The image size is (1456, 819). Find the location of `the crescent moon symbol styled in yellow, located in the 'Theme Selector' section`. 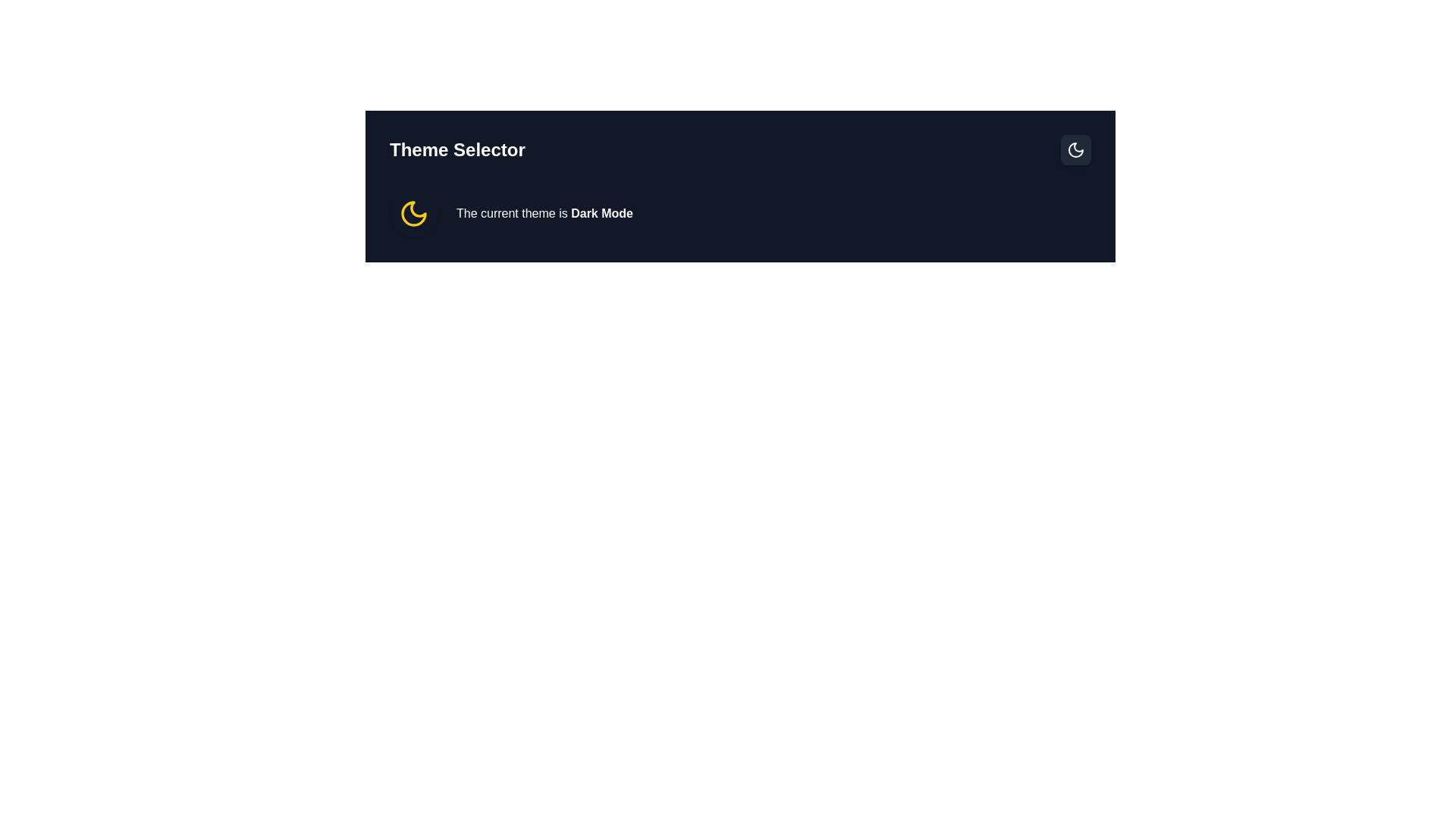

the crescent moon symbol styled in yellow, located in the 'Theme Selector' section is located at coordinates (414, 213).